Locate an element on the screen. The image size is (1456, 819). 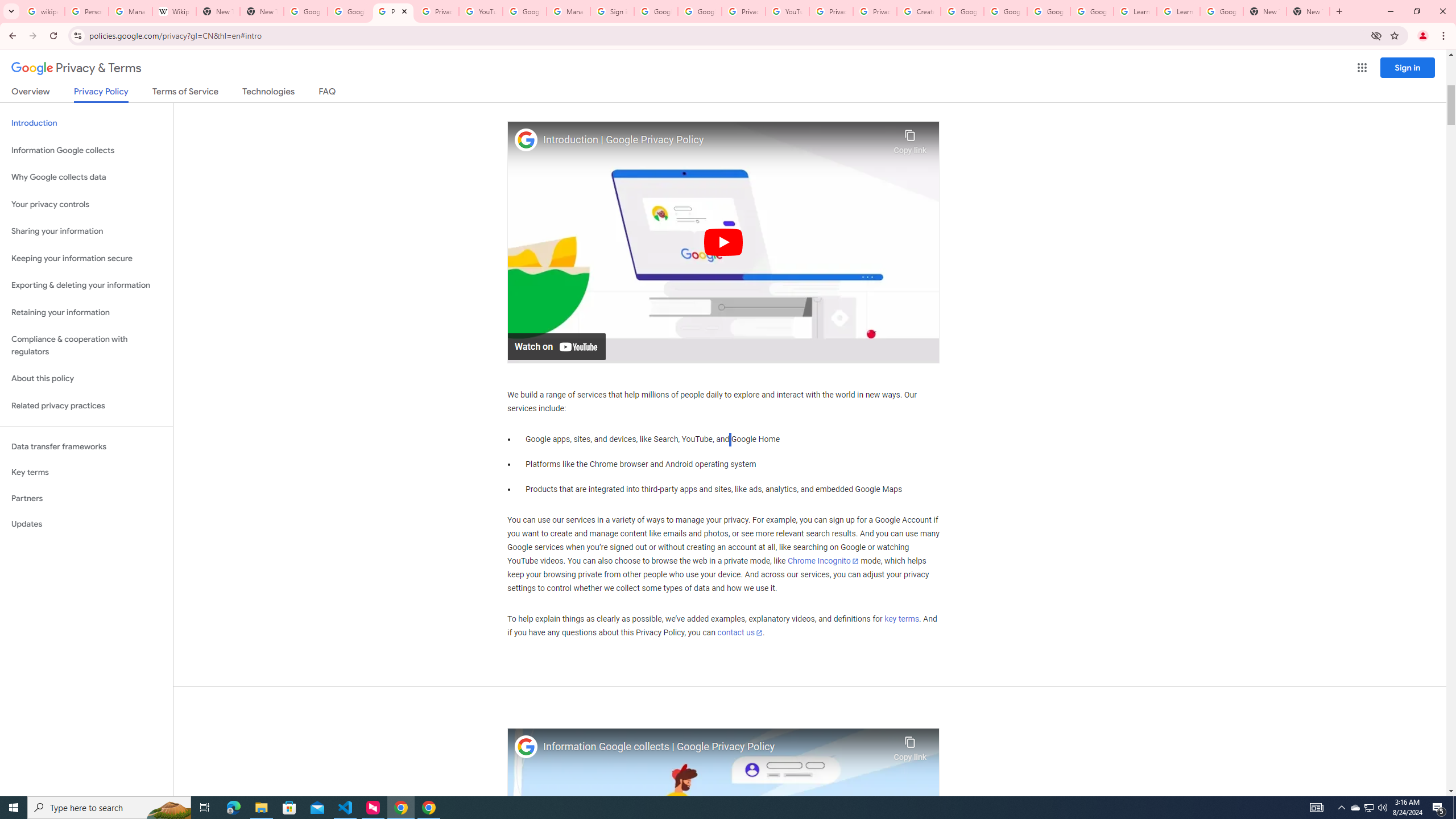
'Exporting & deleting your information' is located at coordinates (86, 285).